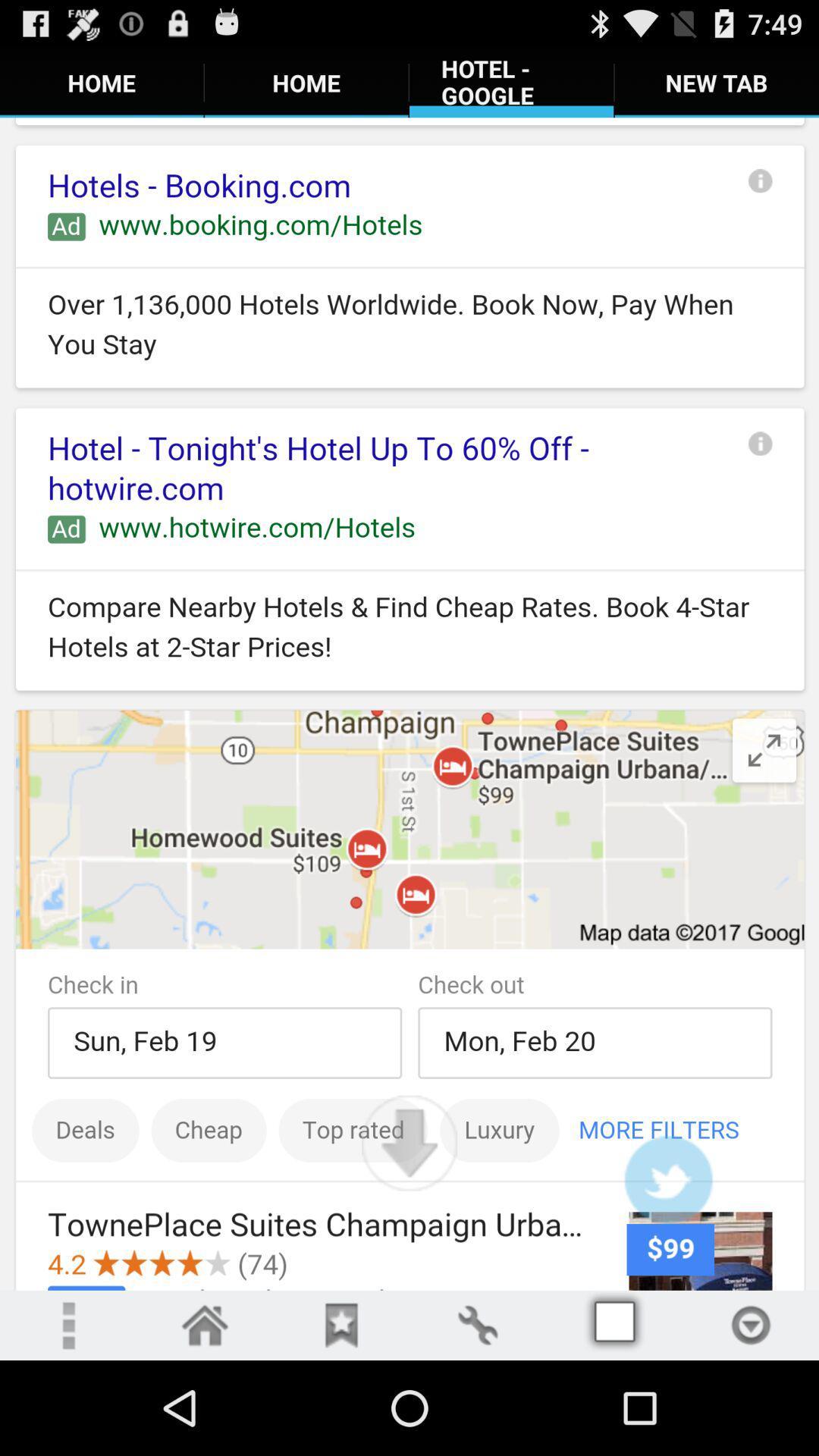 This screenshot has height=1456, width=819. Describe the element at coordinates (341, 1324) in the screenshot. I see `added to favourites` at that location.